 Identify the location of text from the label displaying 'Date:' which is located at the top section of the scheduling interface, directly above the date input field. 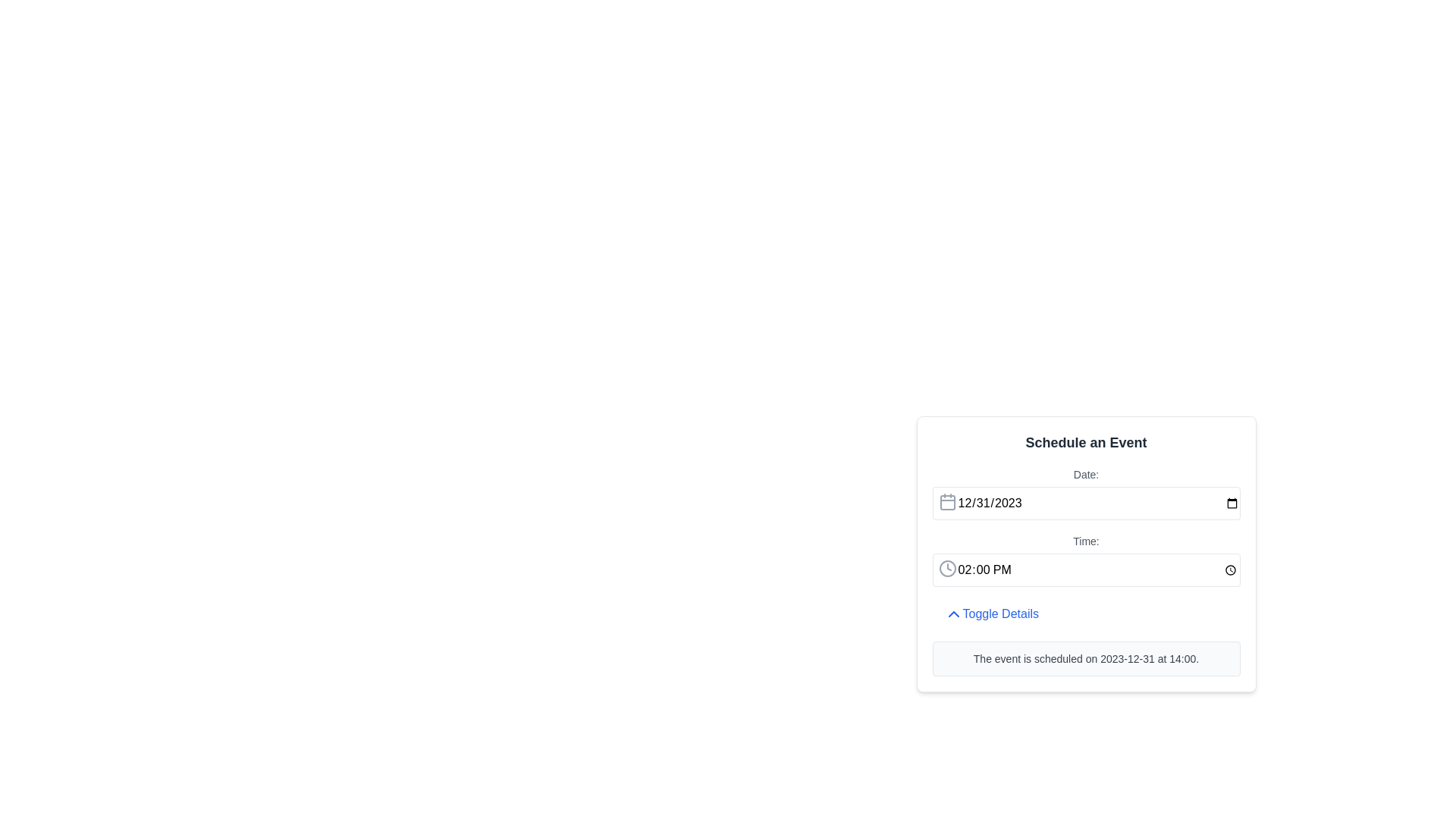
(1085, 473).